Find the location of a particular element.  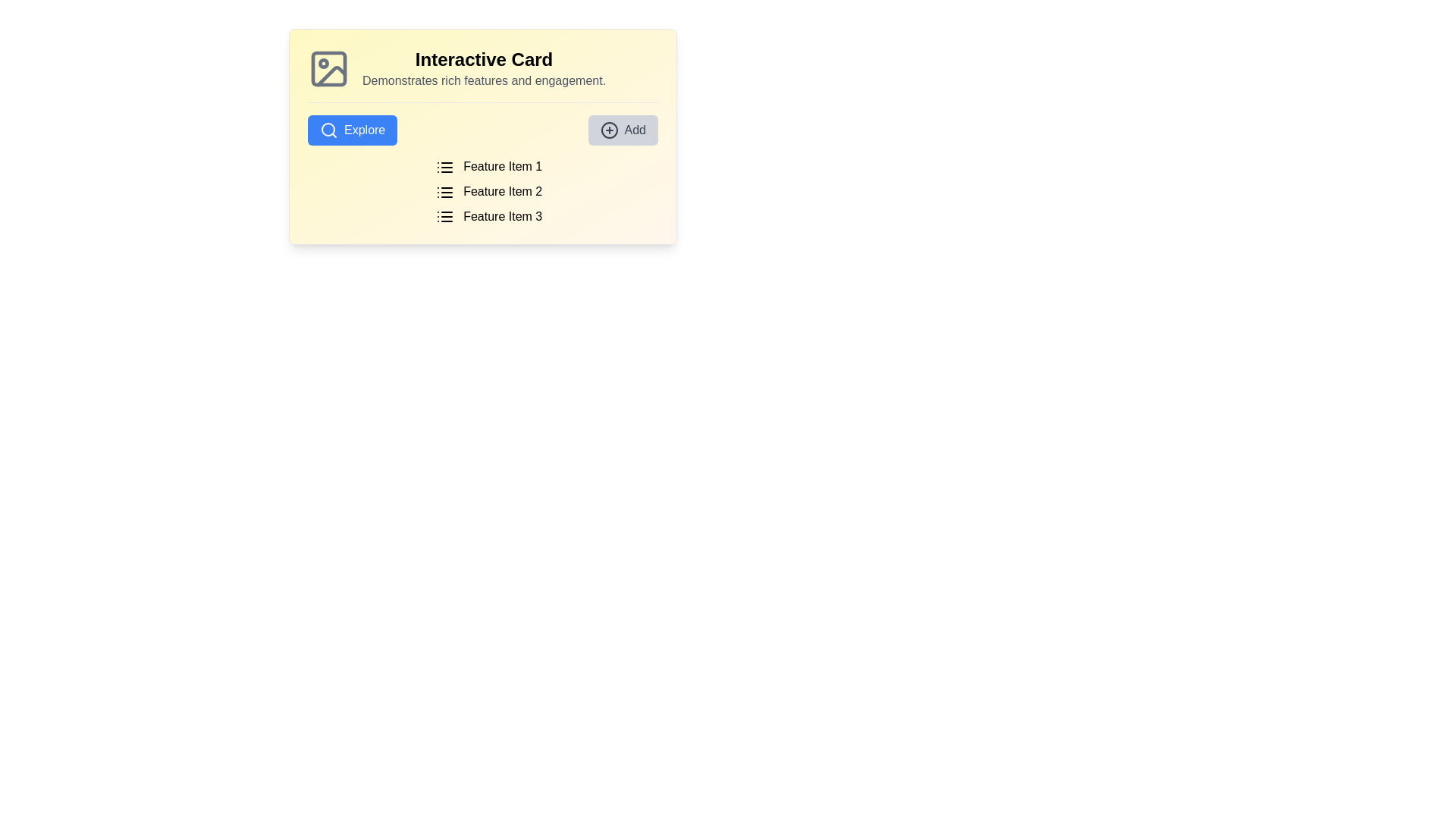

the icon located to the left of the 'Interactive Card' text within the card component is located at coordinates (328, 69).